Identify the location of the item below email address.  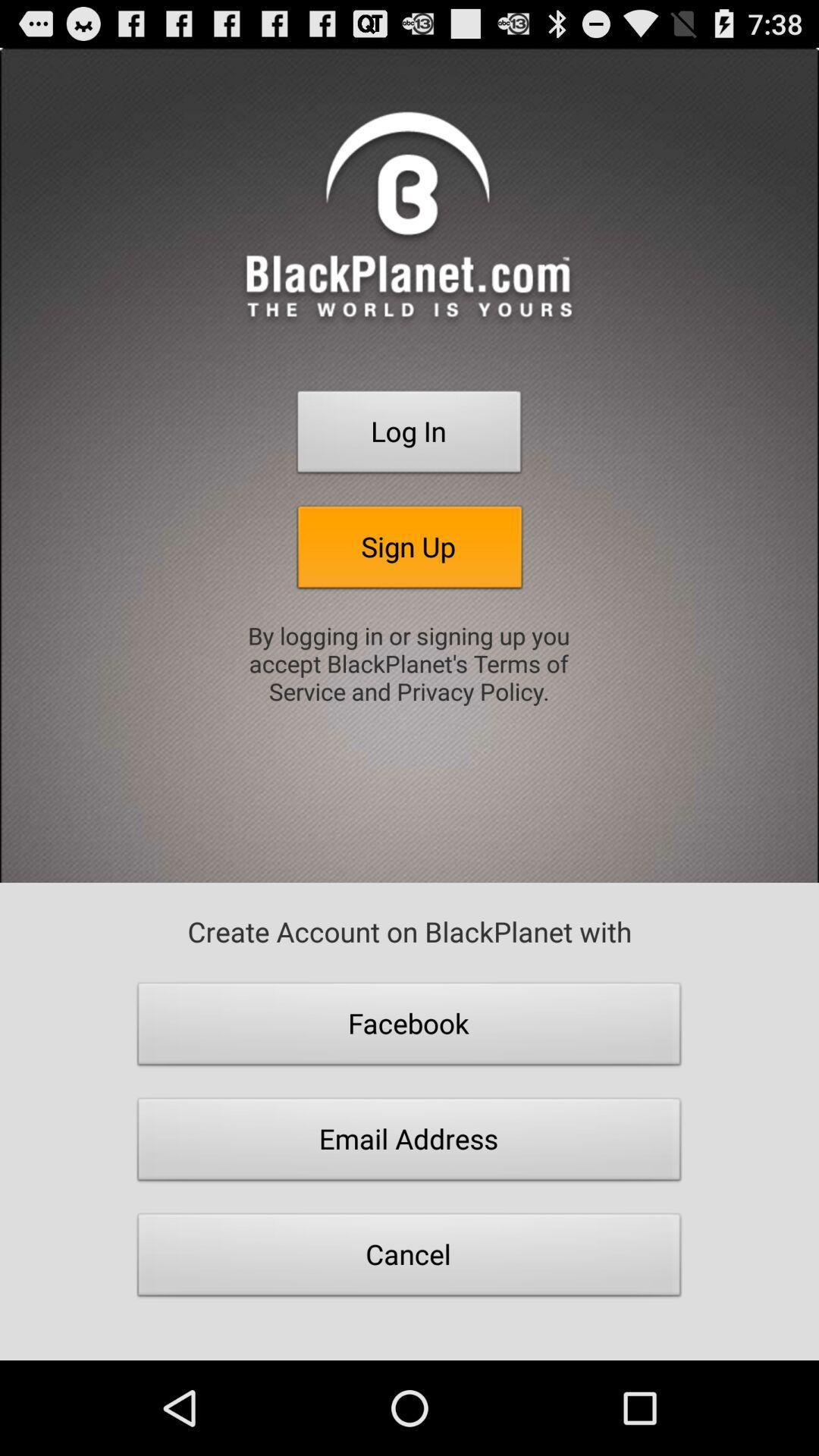
(409, 1259).